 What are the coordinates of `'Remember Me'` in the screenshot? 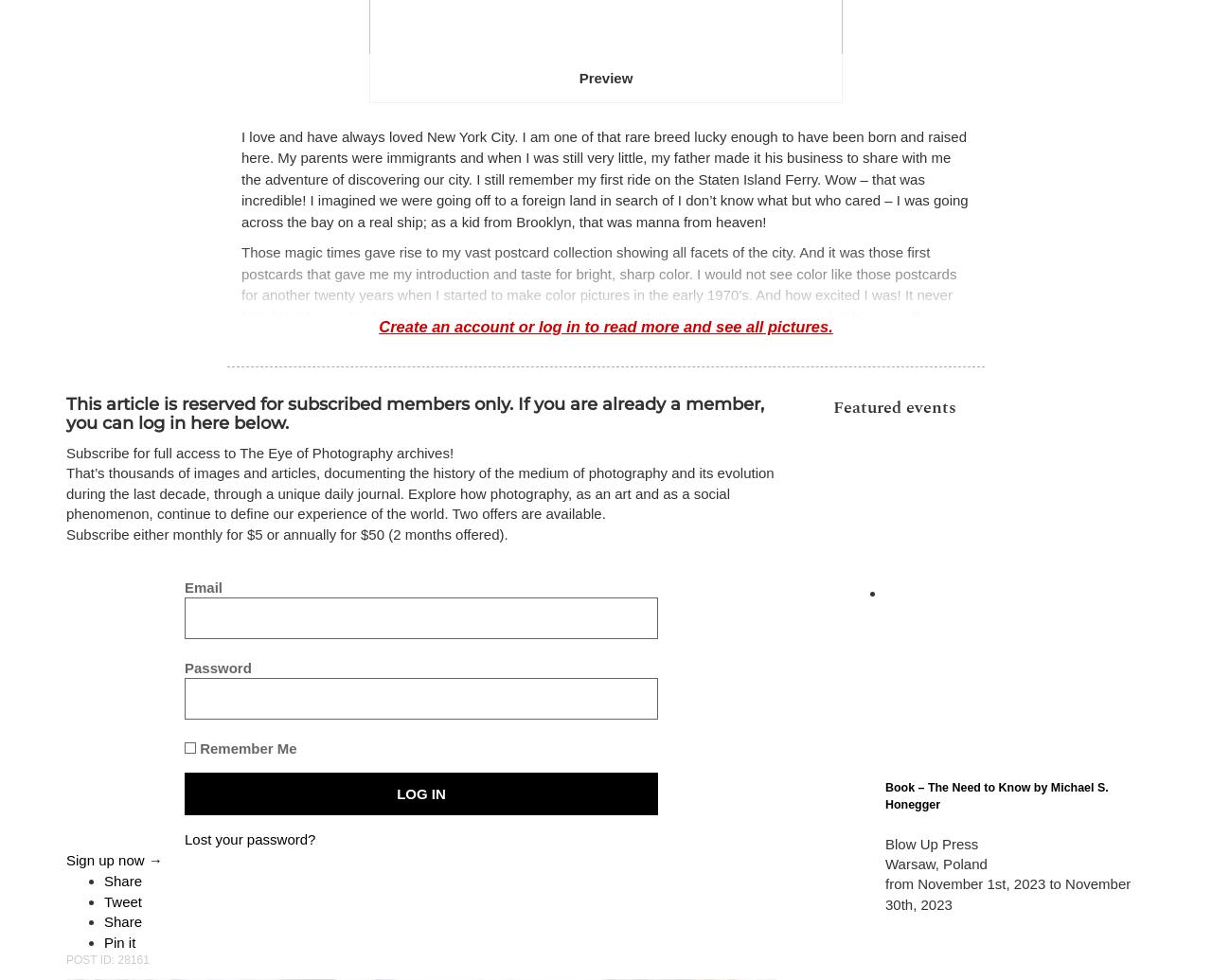 It's located at (244, 746).